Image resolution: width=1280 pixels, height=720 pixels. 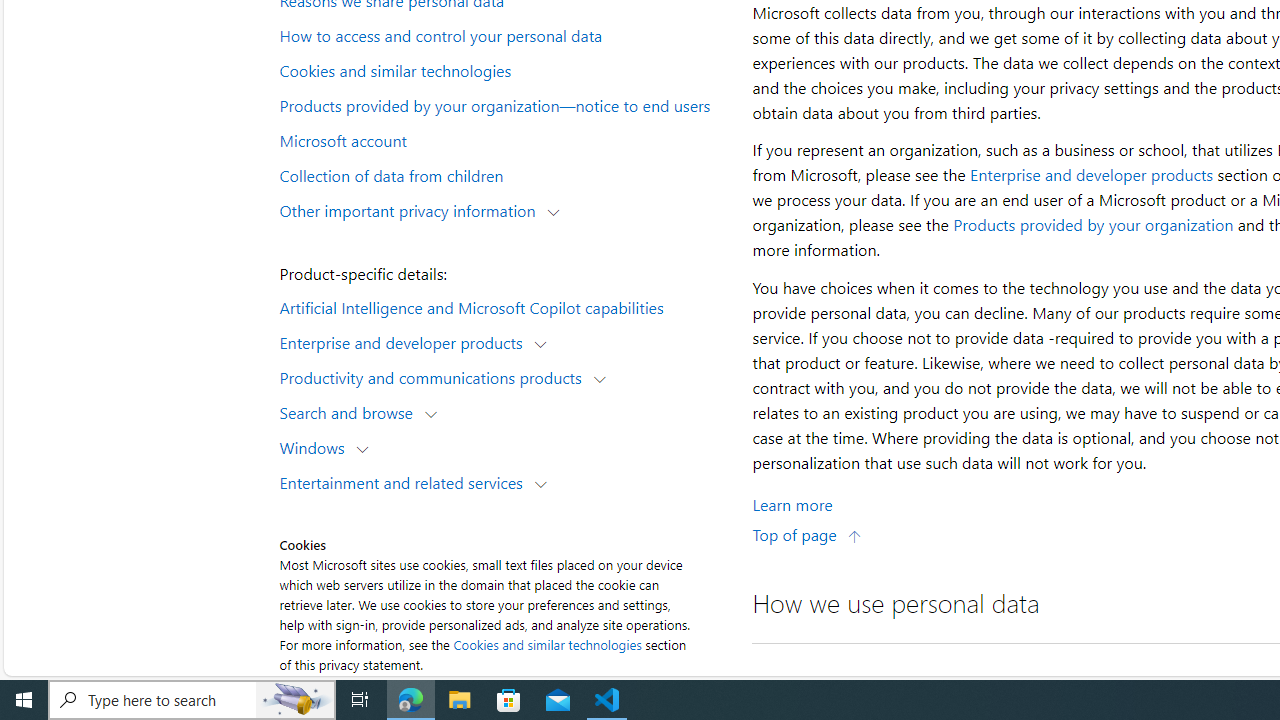 I want to click on 'Learn More about Personal data we collect', so click(x=791, y=503).